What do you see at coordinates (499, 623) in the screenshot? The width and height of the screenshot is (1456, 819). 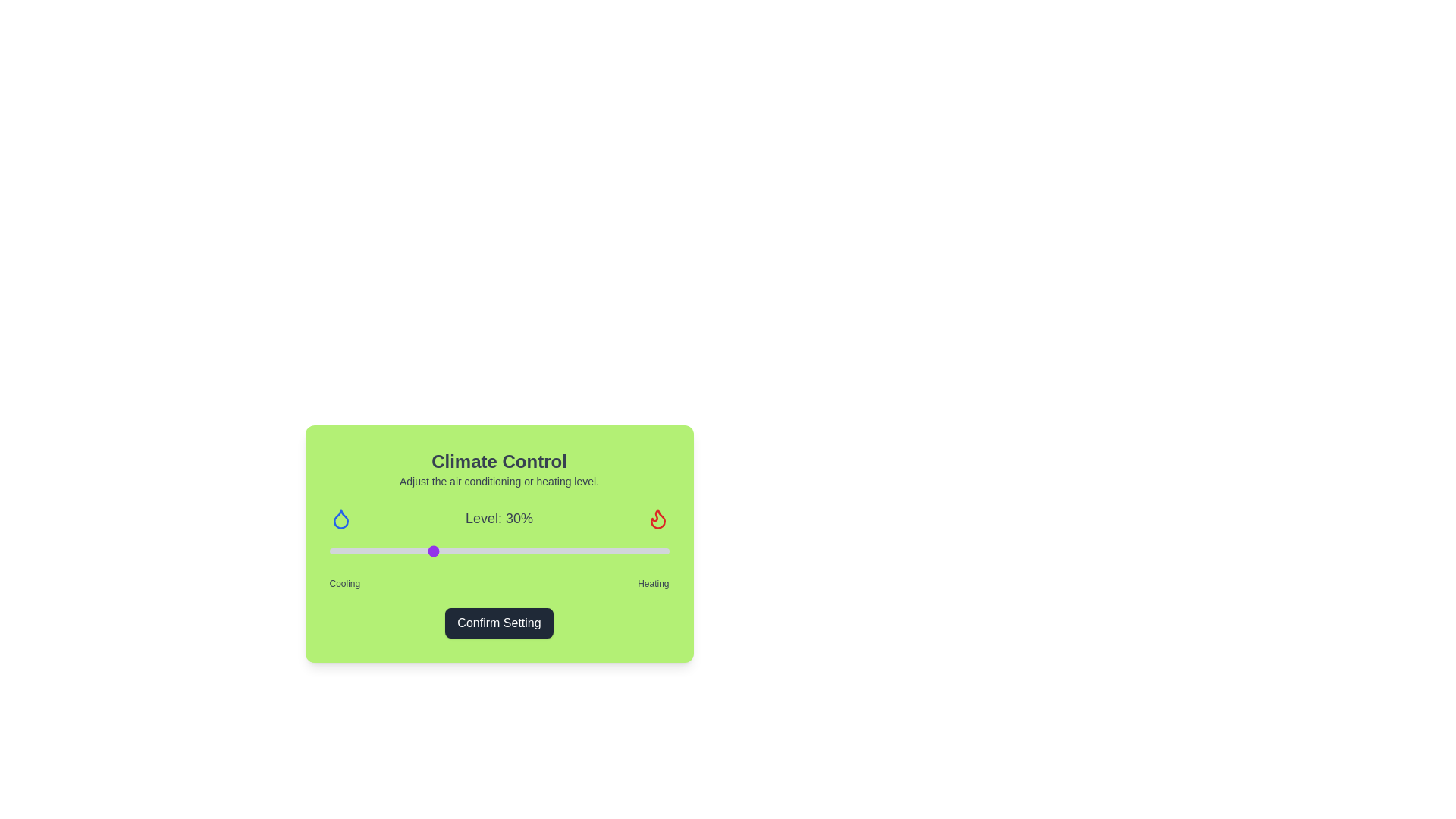 I see `the 'Confirm Setting' button` at bounding box center [499, 623].